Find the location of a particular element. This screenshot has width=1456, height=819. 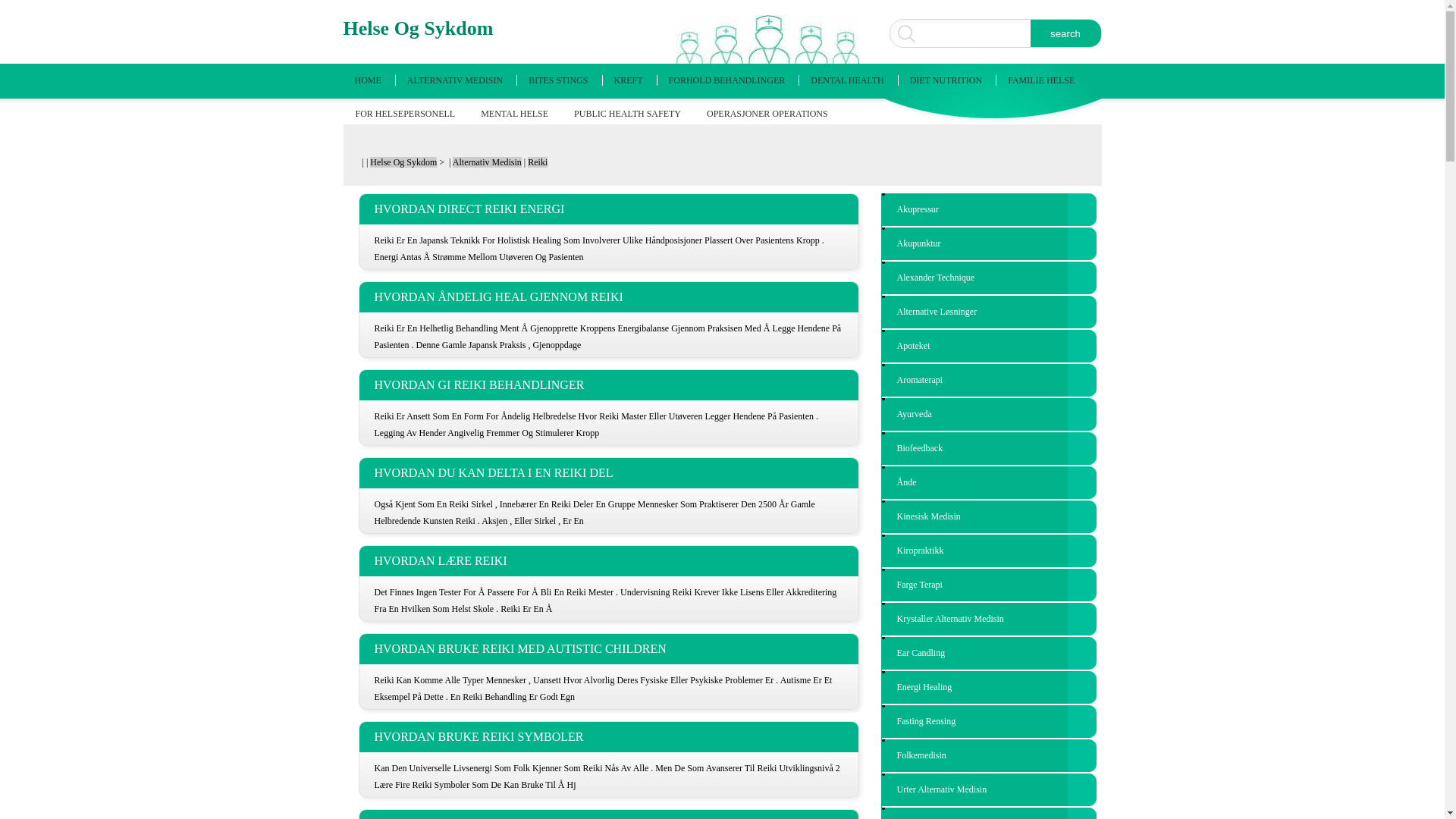

'Krystaller Alternativ Medisin' is located at coordinates (988, 619).